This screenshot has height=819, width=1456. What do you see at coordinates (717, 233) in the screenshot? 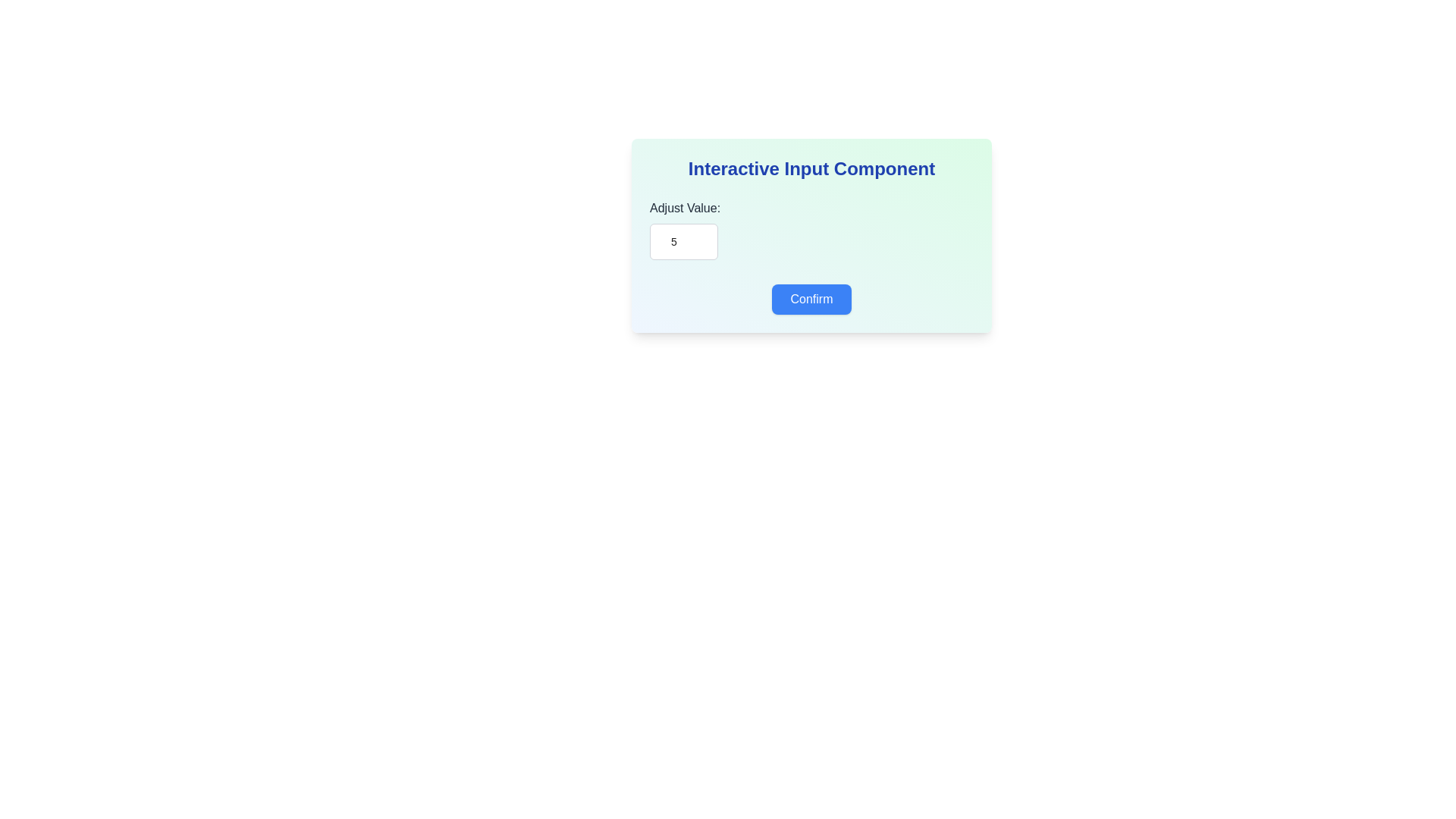
I see `the upward-pointing button located directly above the downward-pointing button to increase the numeric value in the adjacent input field` at bounding box center [717, 233].